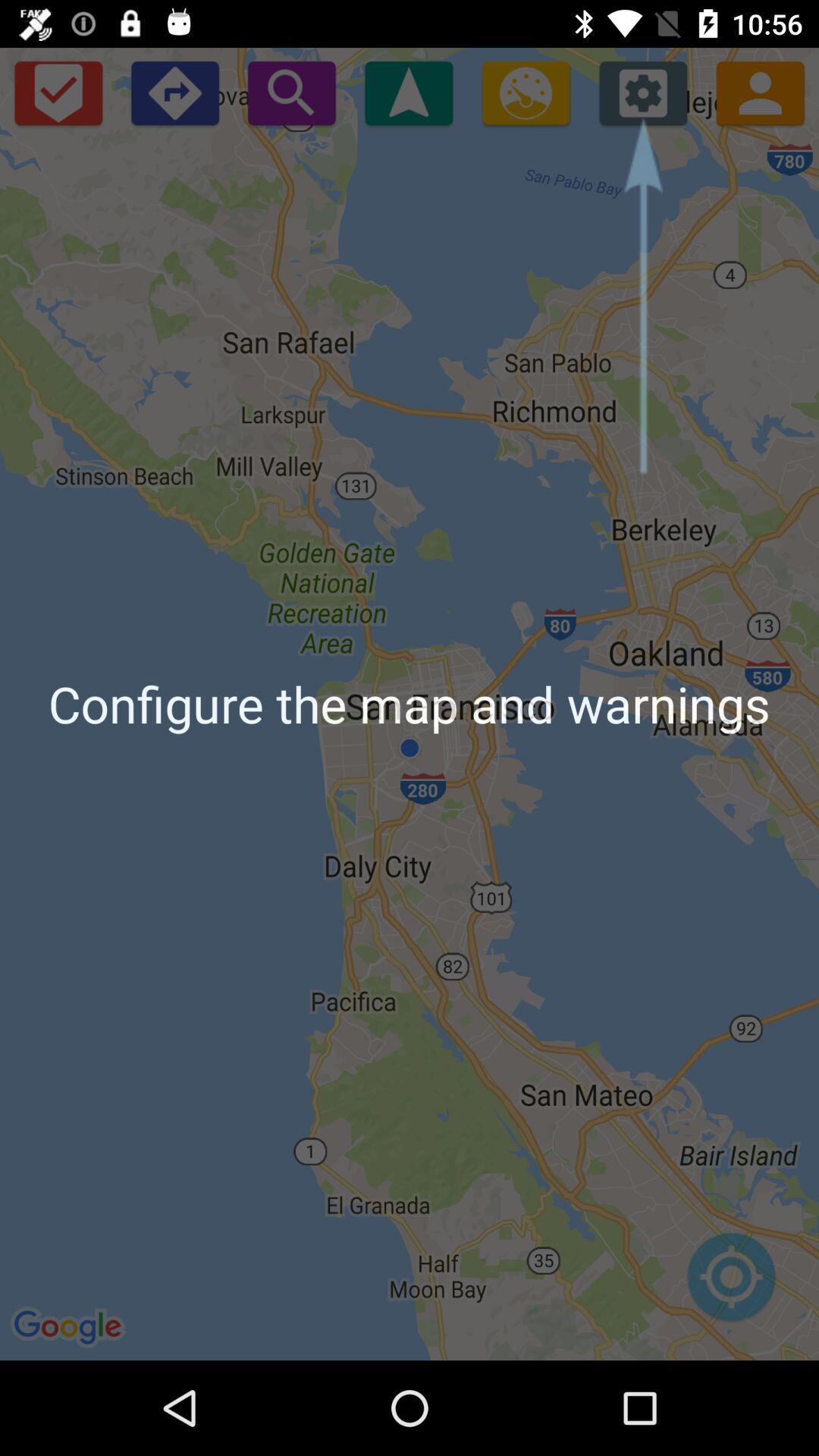  What do you see at coordinates (525, 92) in the screenshot?
I see `the item above configure the map` at bounding box center [525, 92].